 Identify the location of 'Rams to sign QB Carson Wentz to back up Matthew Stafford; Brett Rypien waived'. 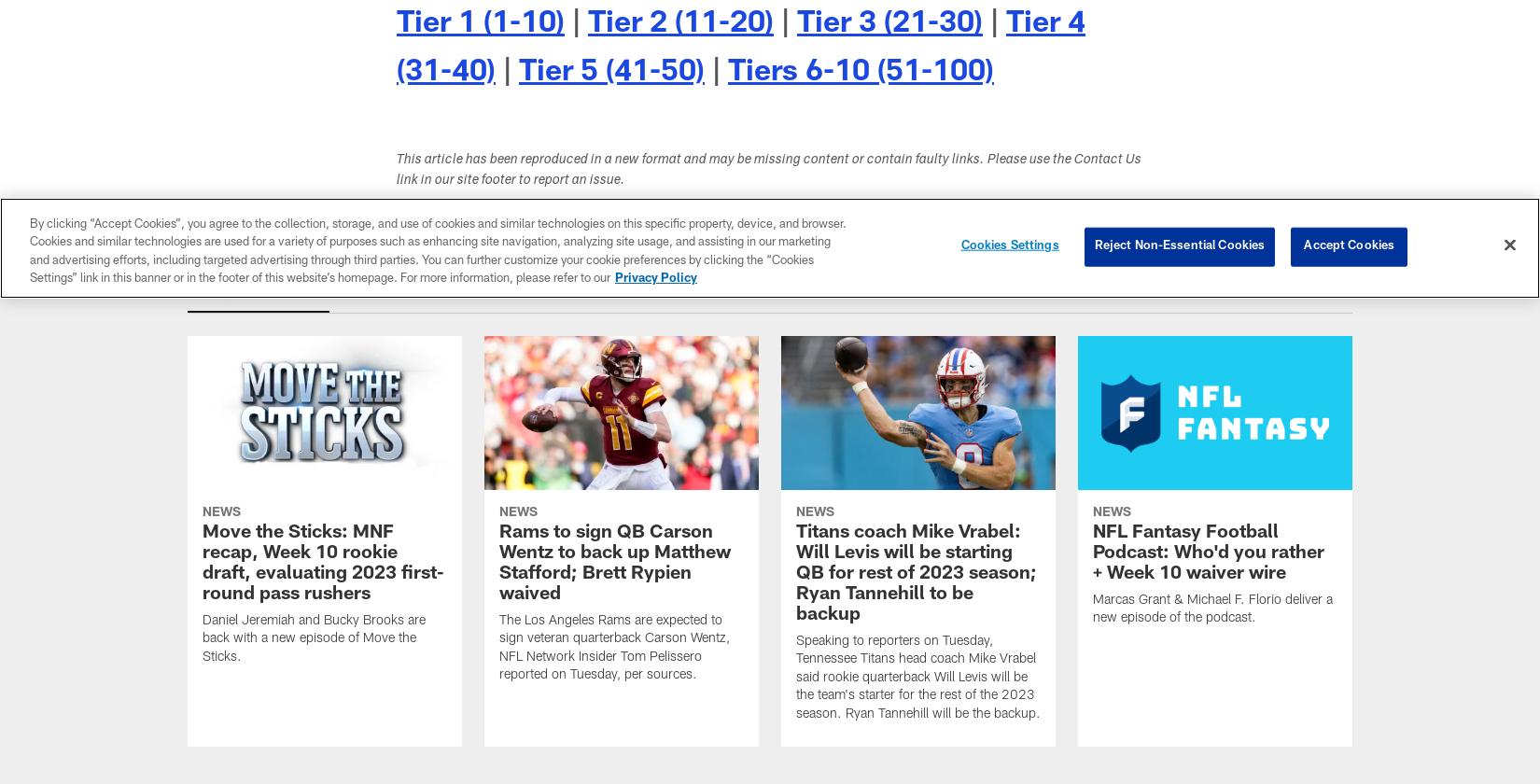
(614, 563).